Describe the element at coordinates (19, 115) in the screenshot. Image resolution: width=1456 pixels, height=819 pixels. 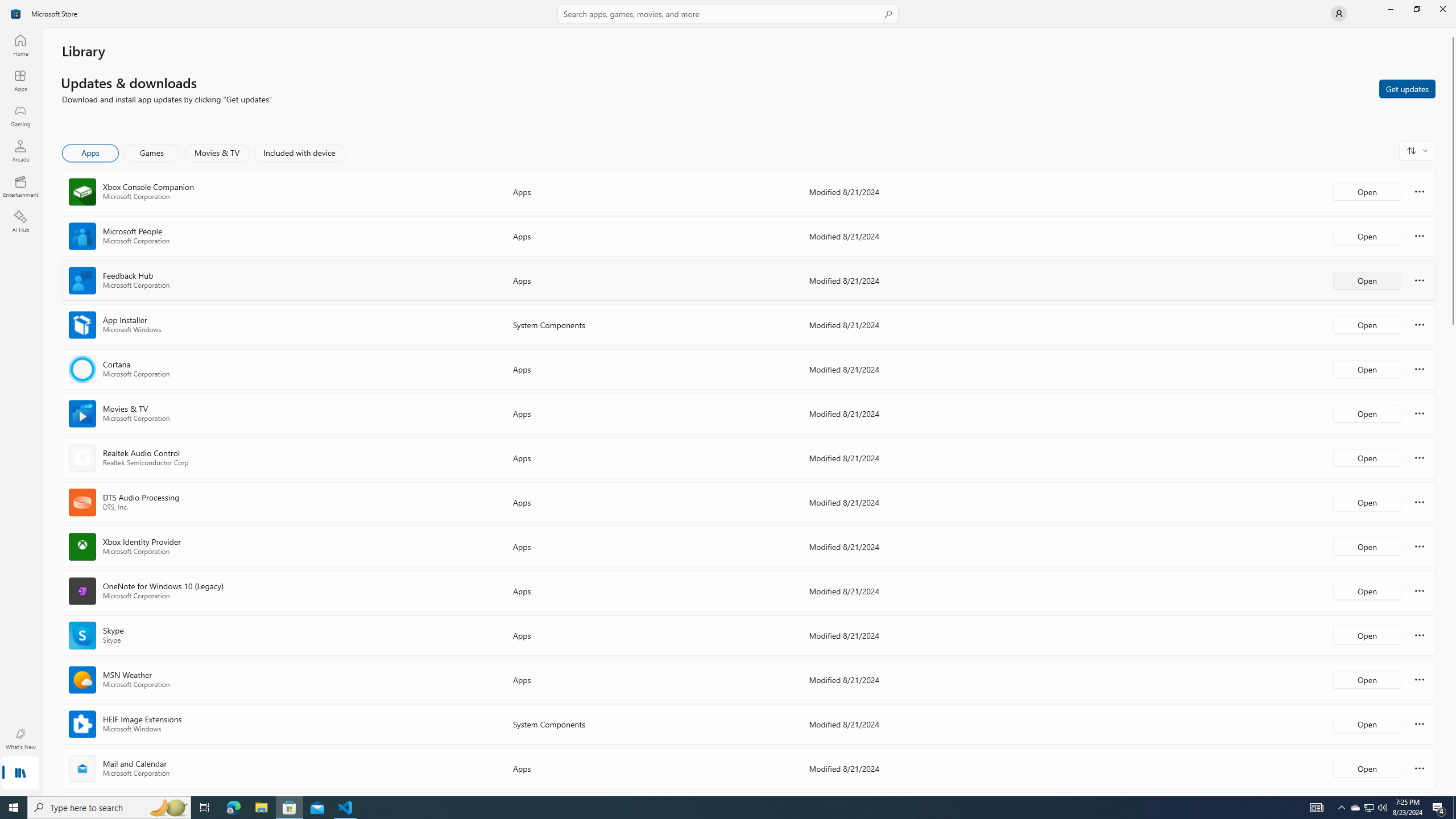
I see `'Gaming'` at that location.